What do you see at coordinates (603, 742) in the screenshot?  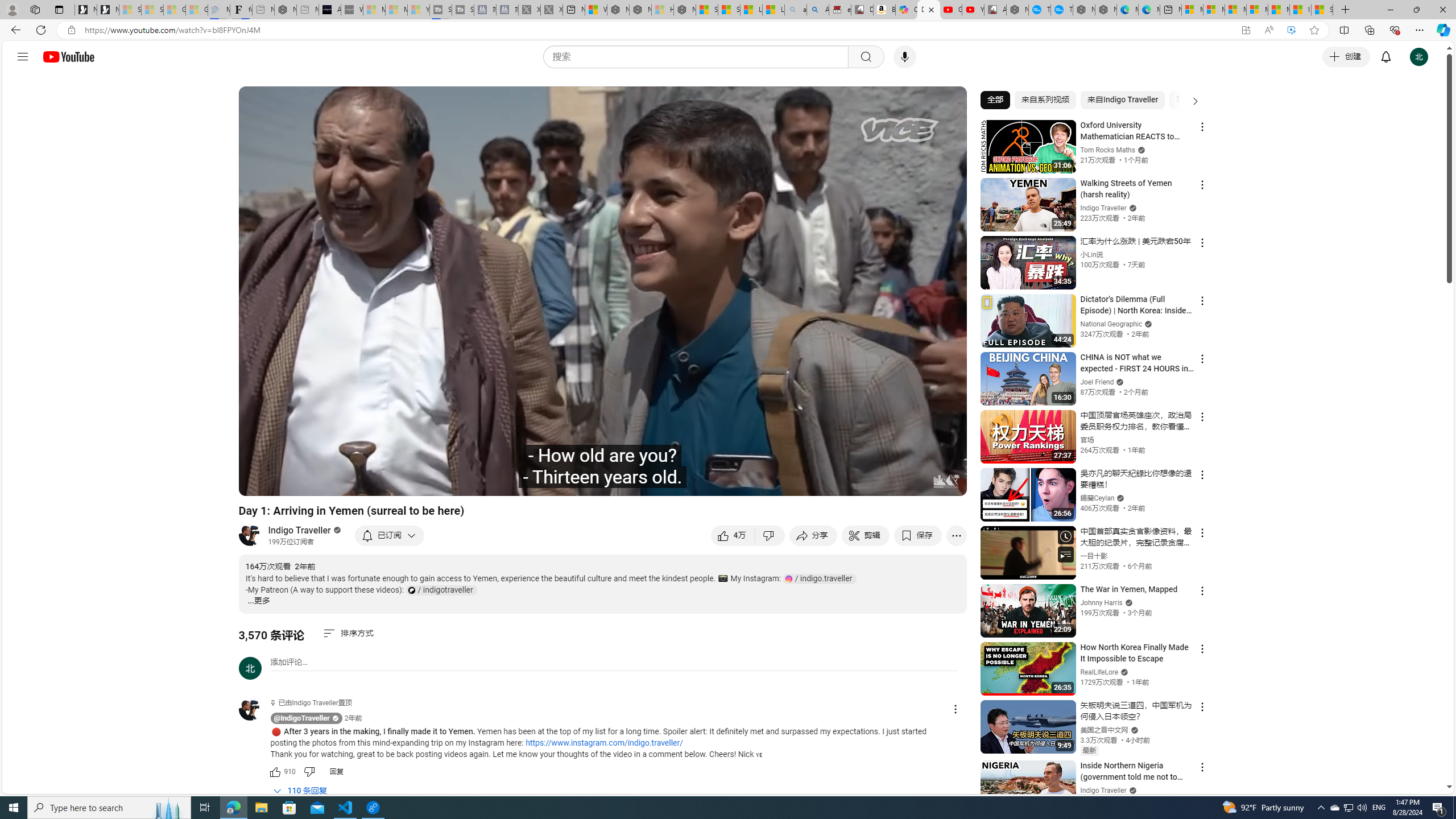 I see `'https://www.instagram.com/indigo.traveller/'` at bounding box center [603, 742].